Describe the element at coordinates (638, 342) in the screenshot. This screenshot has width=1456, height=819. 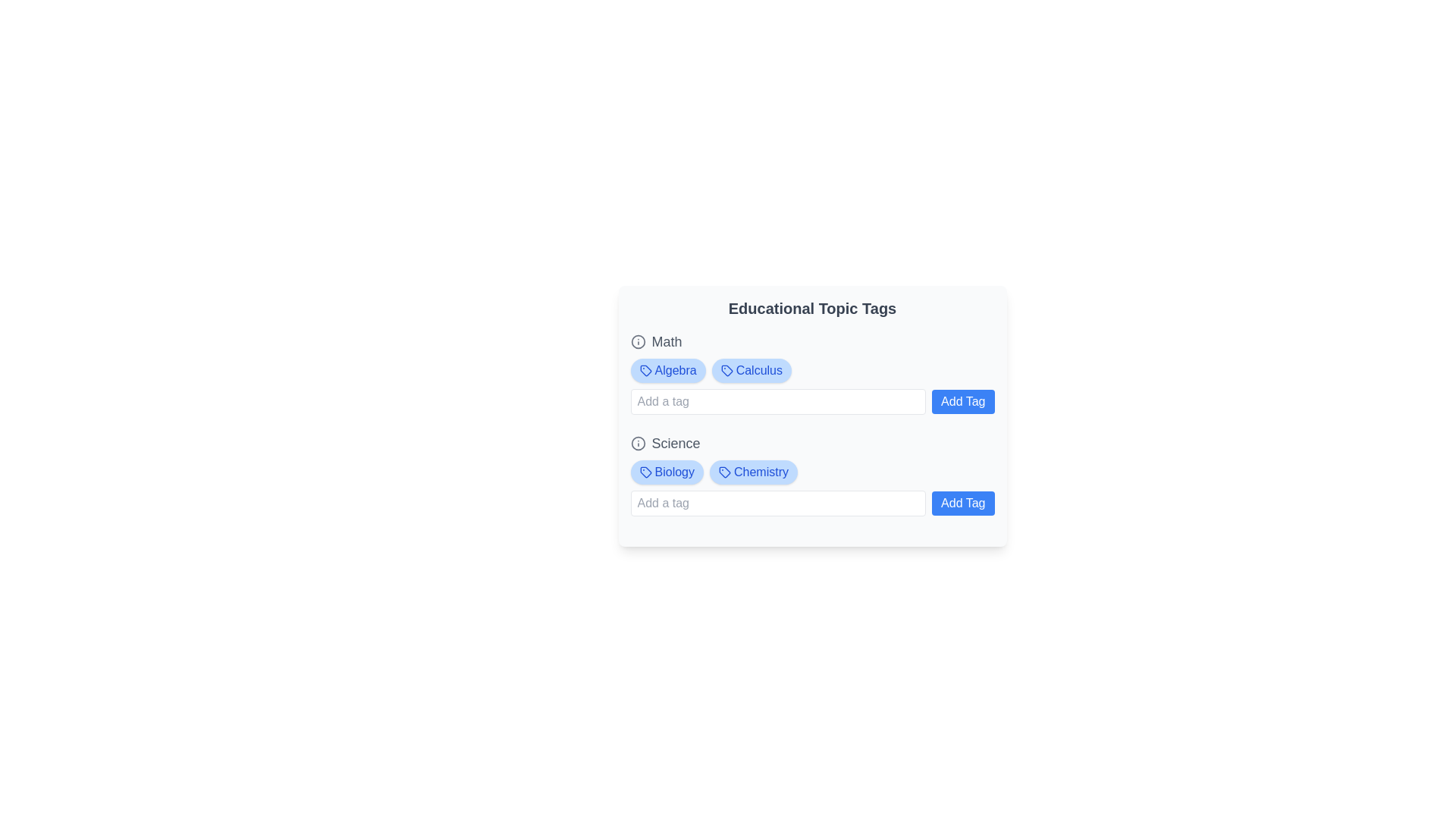
I see `the circular gray 'i' icon that indicates 'information', located to the left of the 'Math' label` at that location.